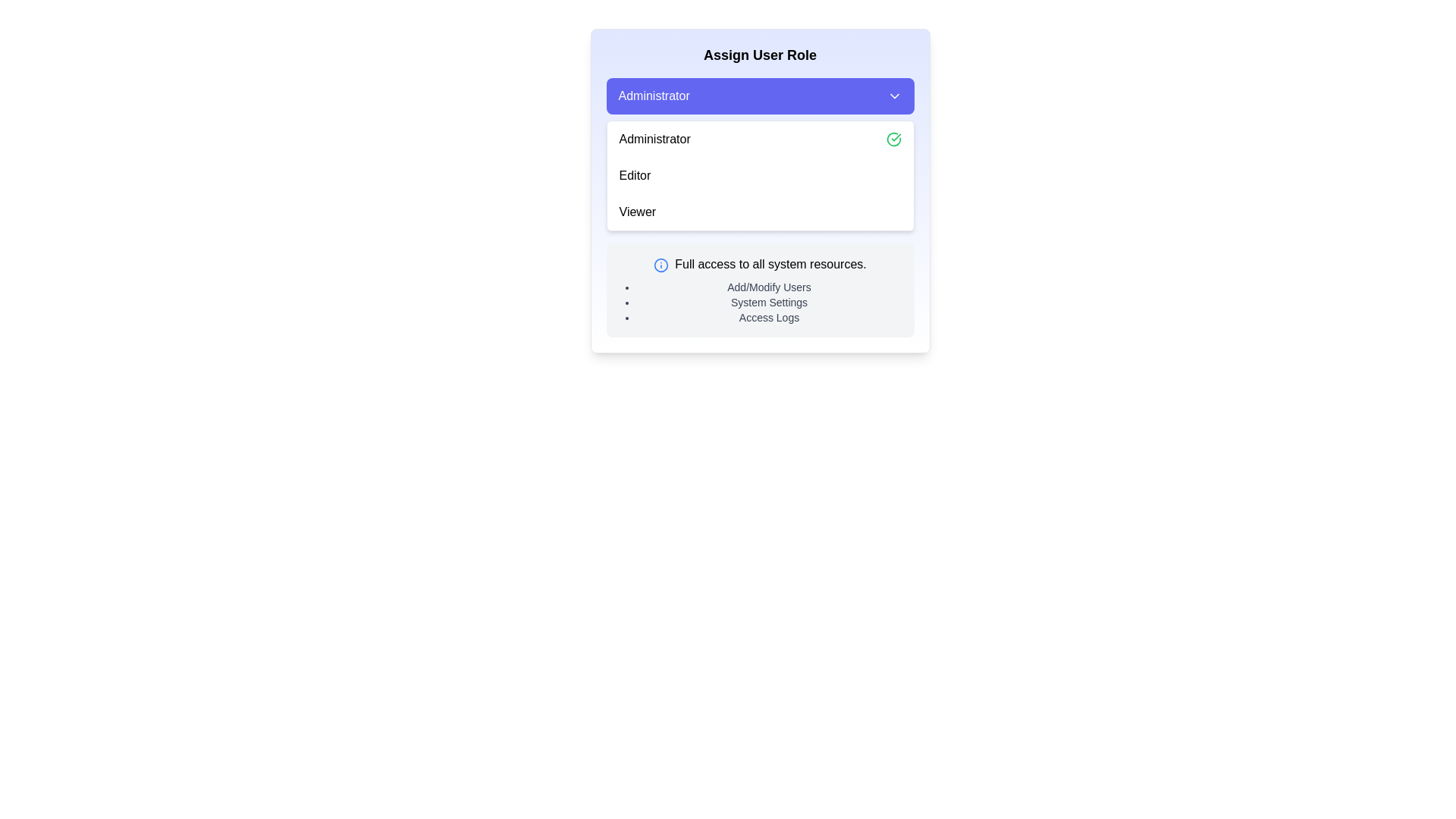  I want to click on the green circular icon with a checkmark inside, located to the right of the 'Administrator' text in the dropdown menu, so click(893, 140).